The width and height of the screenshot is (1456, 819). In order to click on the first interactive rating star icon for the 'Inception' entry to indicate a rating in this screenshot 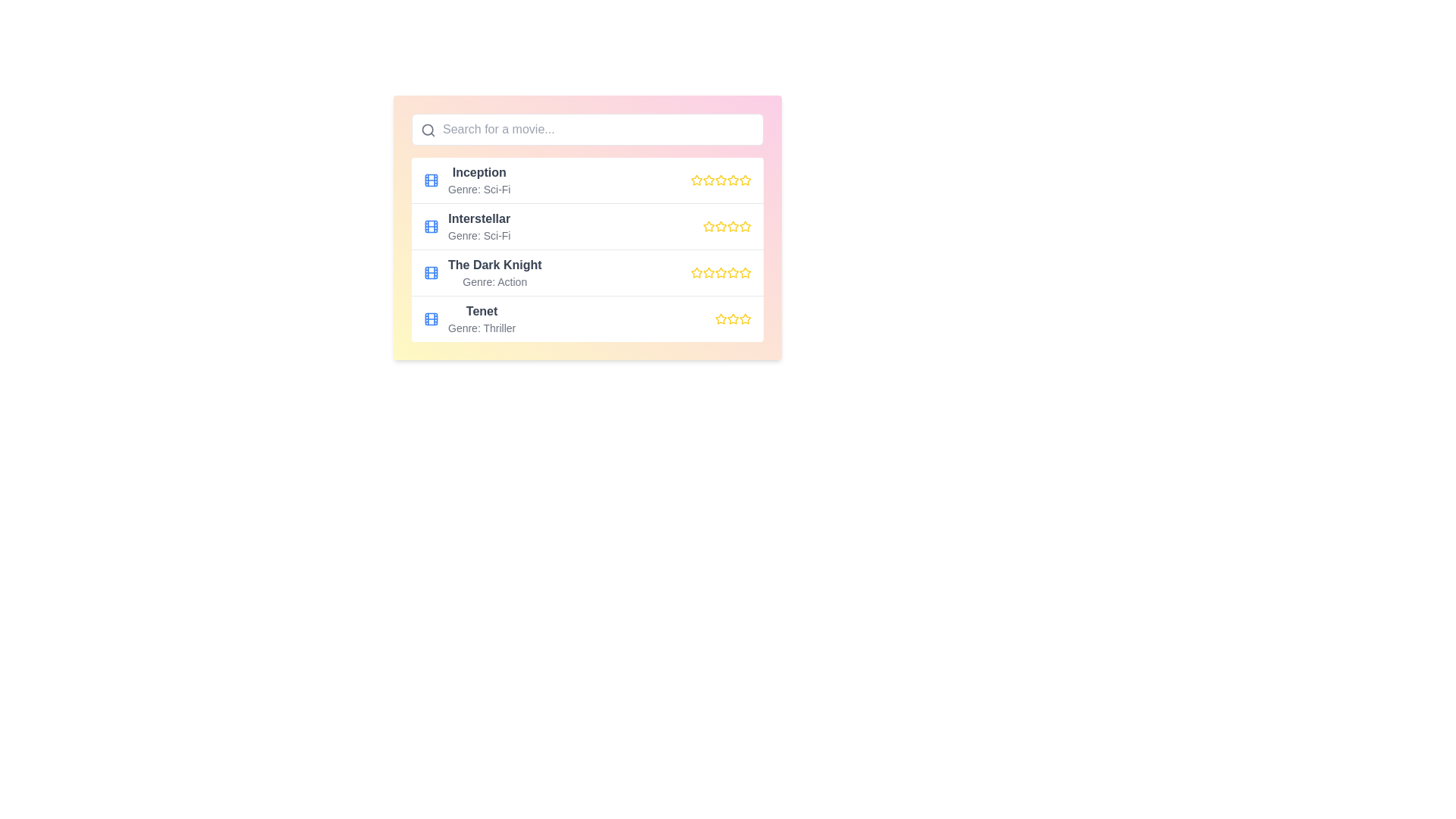, I will do `click(708, 178)`.